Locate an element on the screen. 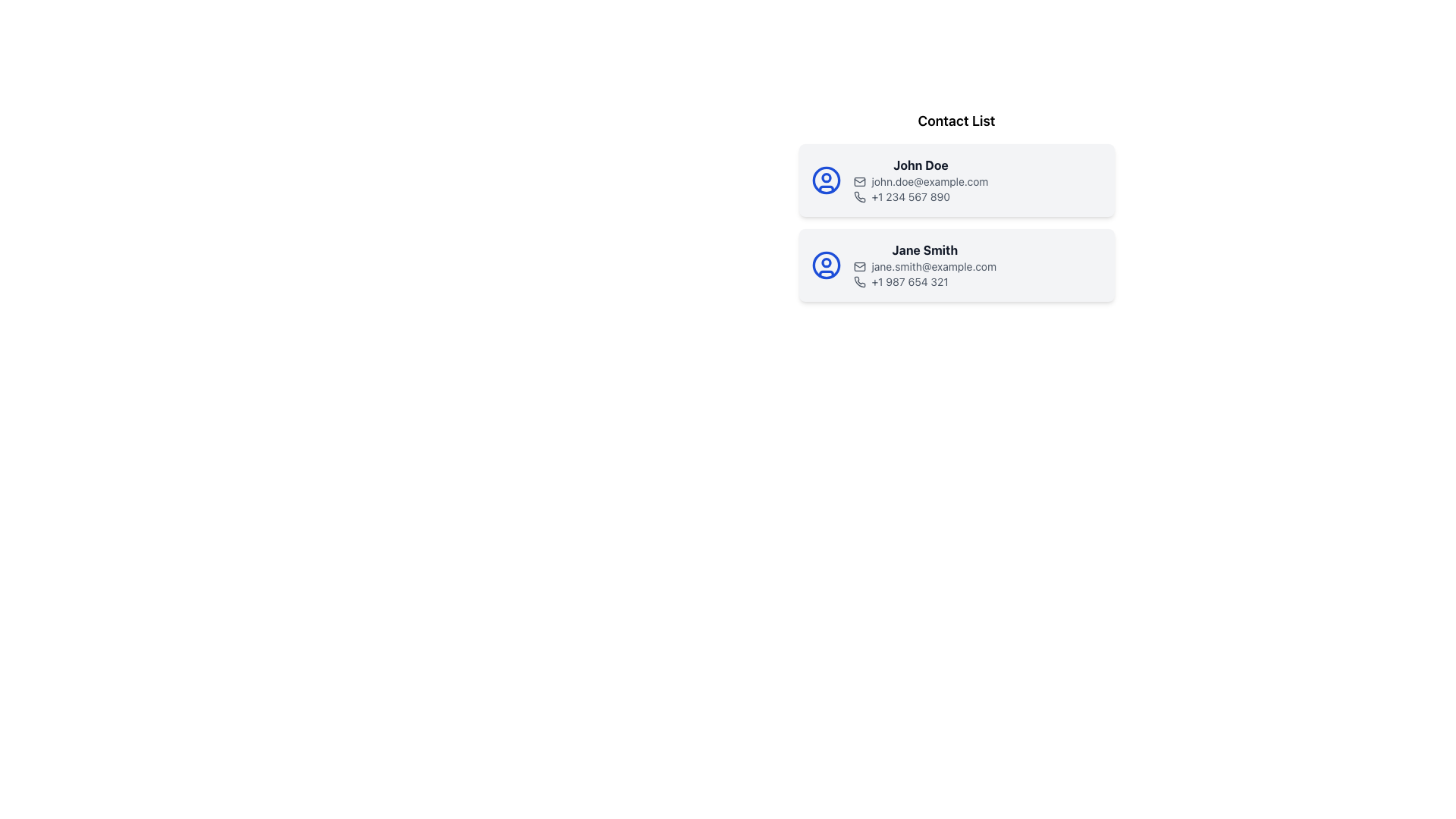 The image size is (1456, 819). the circular graphical icon component with a blue outline representing the contact profile of 'John Doe' is located at coordinates (825, 180).